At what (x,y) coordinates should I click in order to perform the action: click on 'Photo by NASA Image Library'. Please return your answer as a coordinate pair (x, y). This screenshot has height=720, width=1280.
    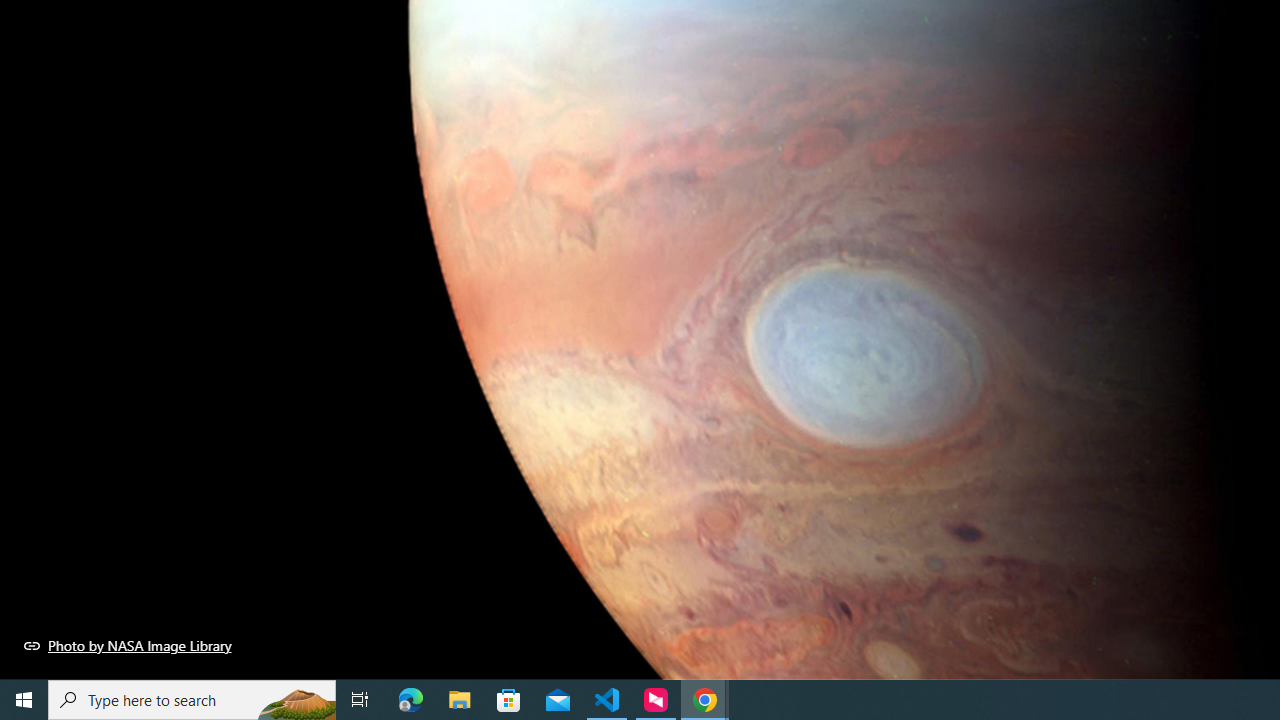
    Looking at the image, I should click on (127, 645).